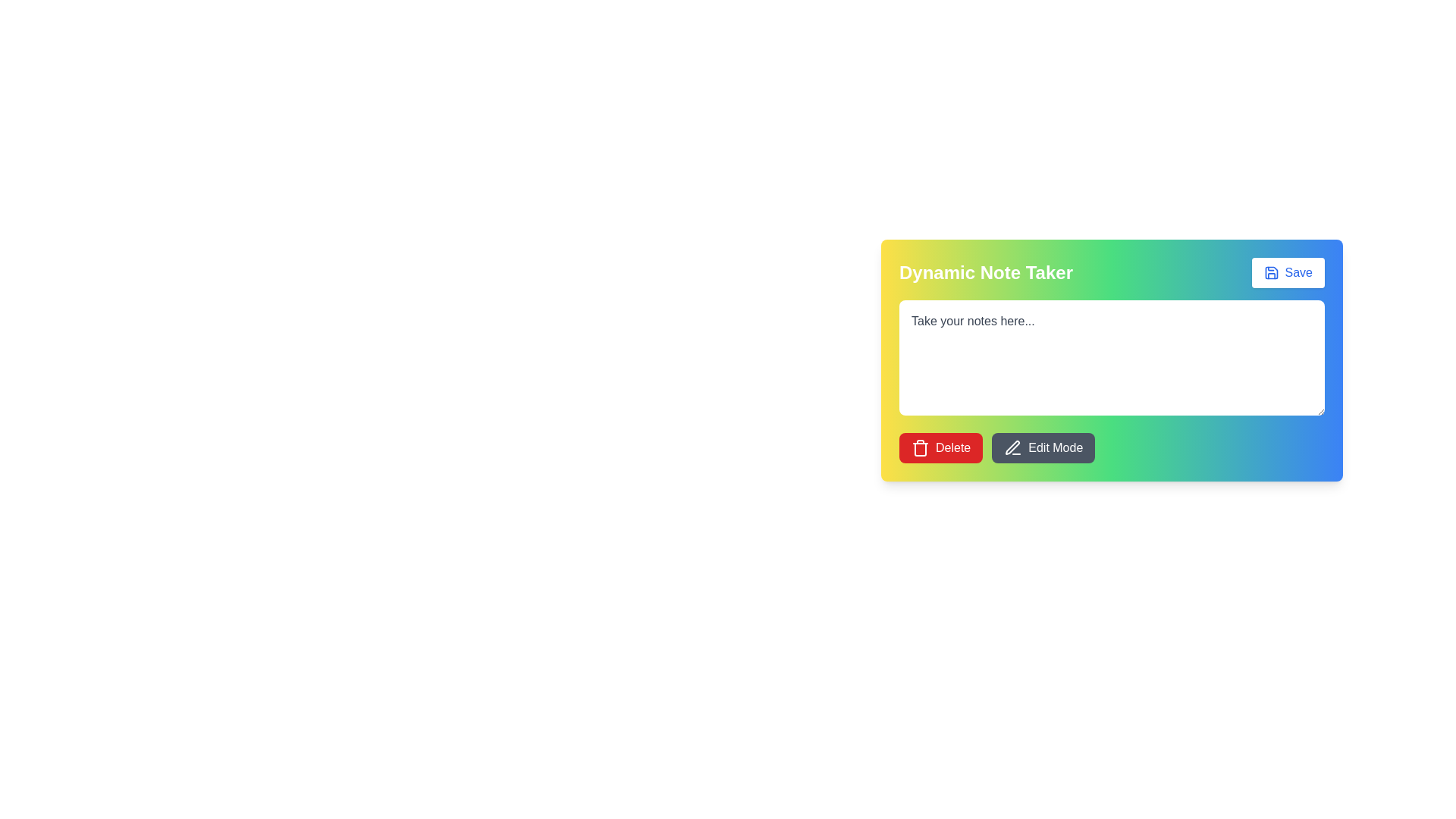 The width and height of the screenshot is (1456, 819). I want to click on the 'Edit Mode' text label, so click(1055, 447).